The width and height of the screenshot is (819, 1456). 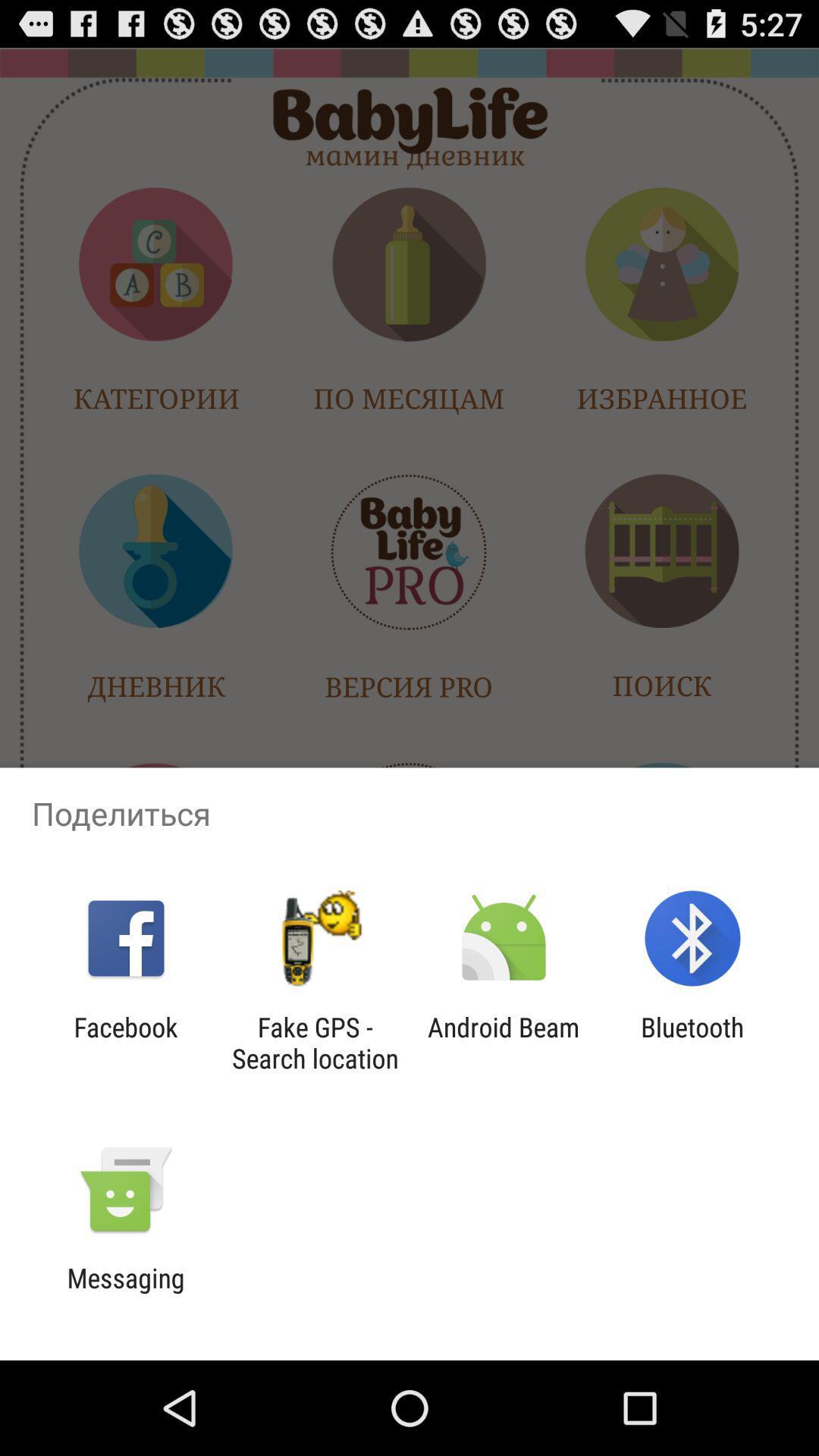 What do you see at coordinates (314, 1042) in the screenshot?
I see `the app to the left of android beam` at bounding box center [314, 1042].